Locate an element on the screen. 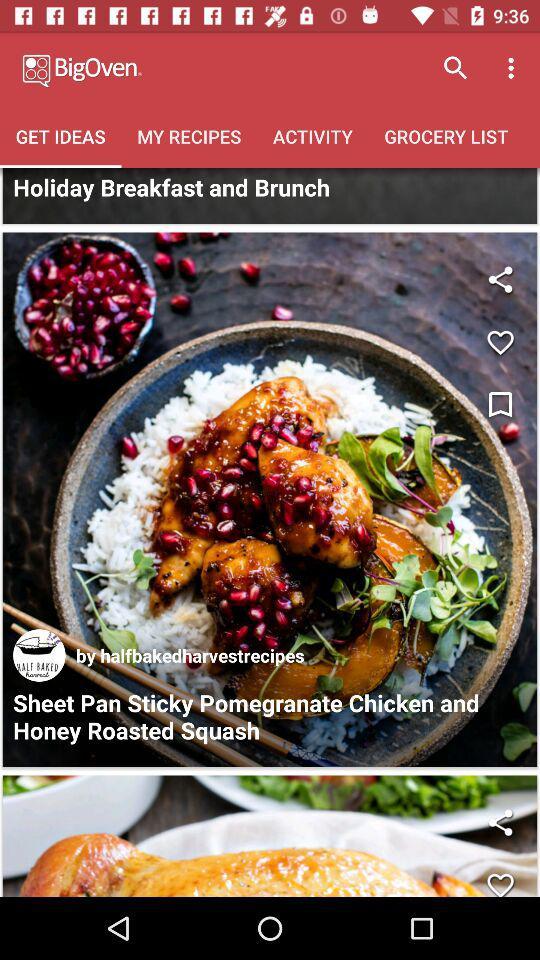 This screenshot has width=540, height=960. recipe is located at coordinates (270, 498).